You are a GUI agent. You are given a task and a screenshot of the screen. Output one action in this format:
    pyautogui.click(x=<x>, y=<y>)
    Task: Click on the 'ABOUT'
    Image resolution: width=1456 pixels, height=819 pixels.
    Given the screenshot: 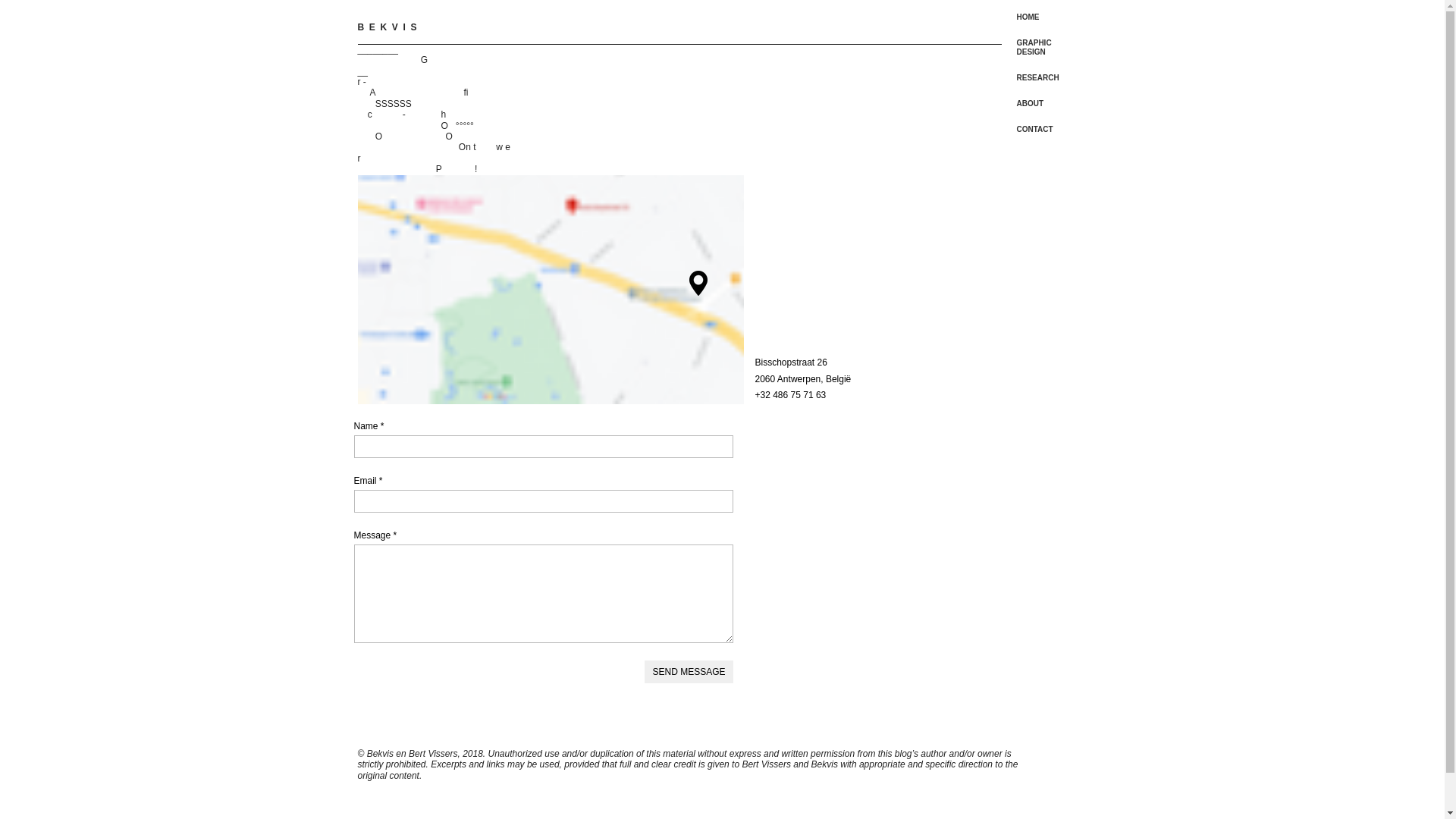 What is the action you would take?
    pyautogui.click(x=1001, y=103)
    